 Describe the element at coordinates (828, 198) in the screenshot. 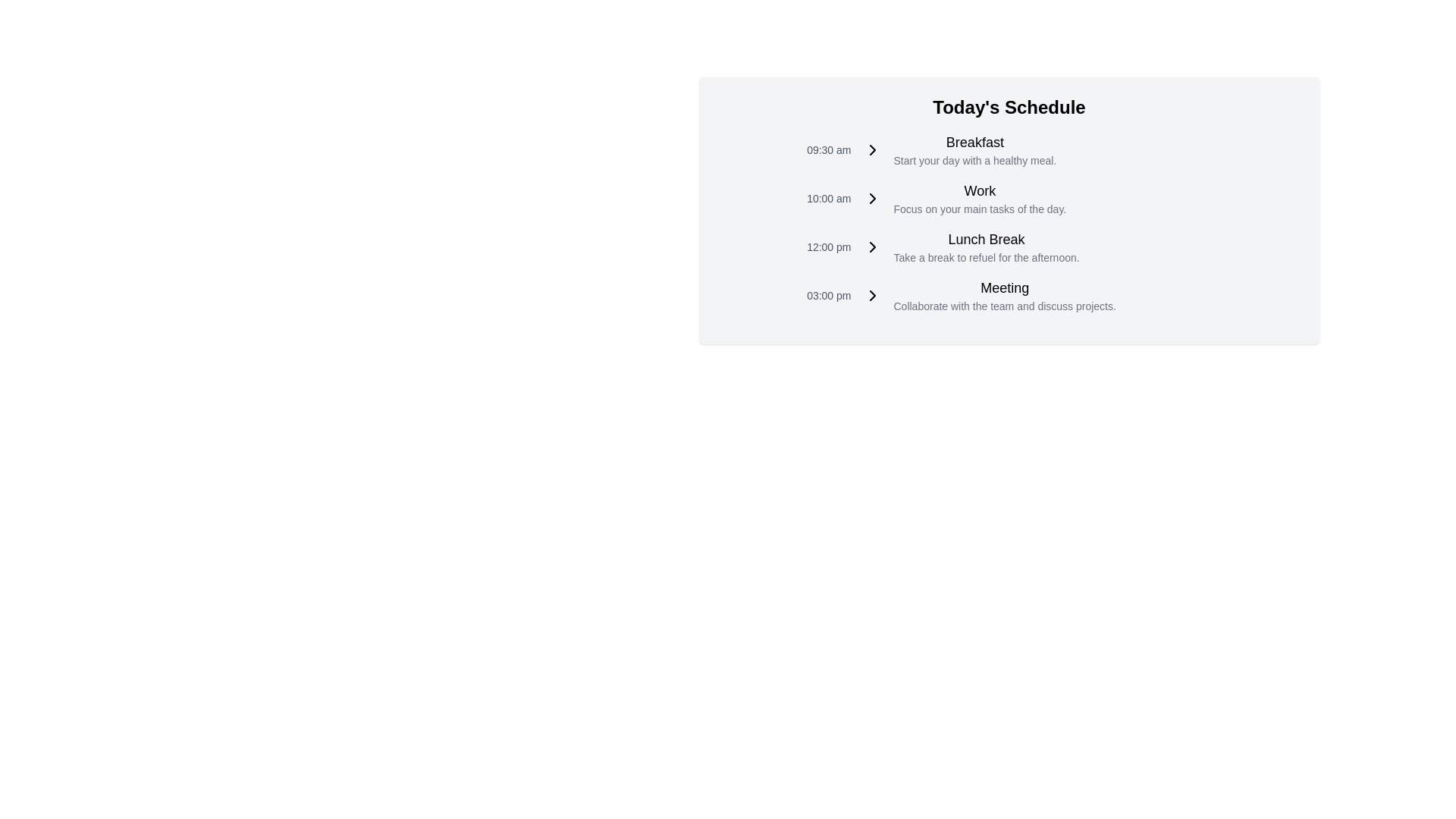

I see `the Text Label displaying the start time of the 'Work' activity, positioned between '09:30 am' and '12:00 pm'` at that location.